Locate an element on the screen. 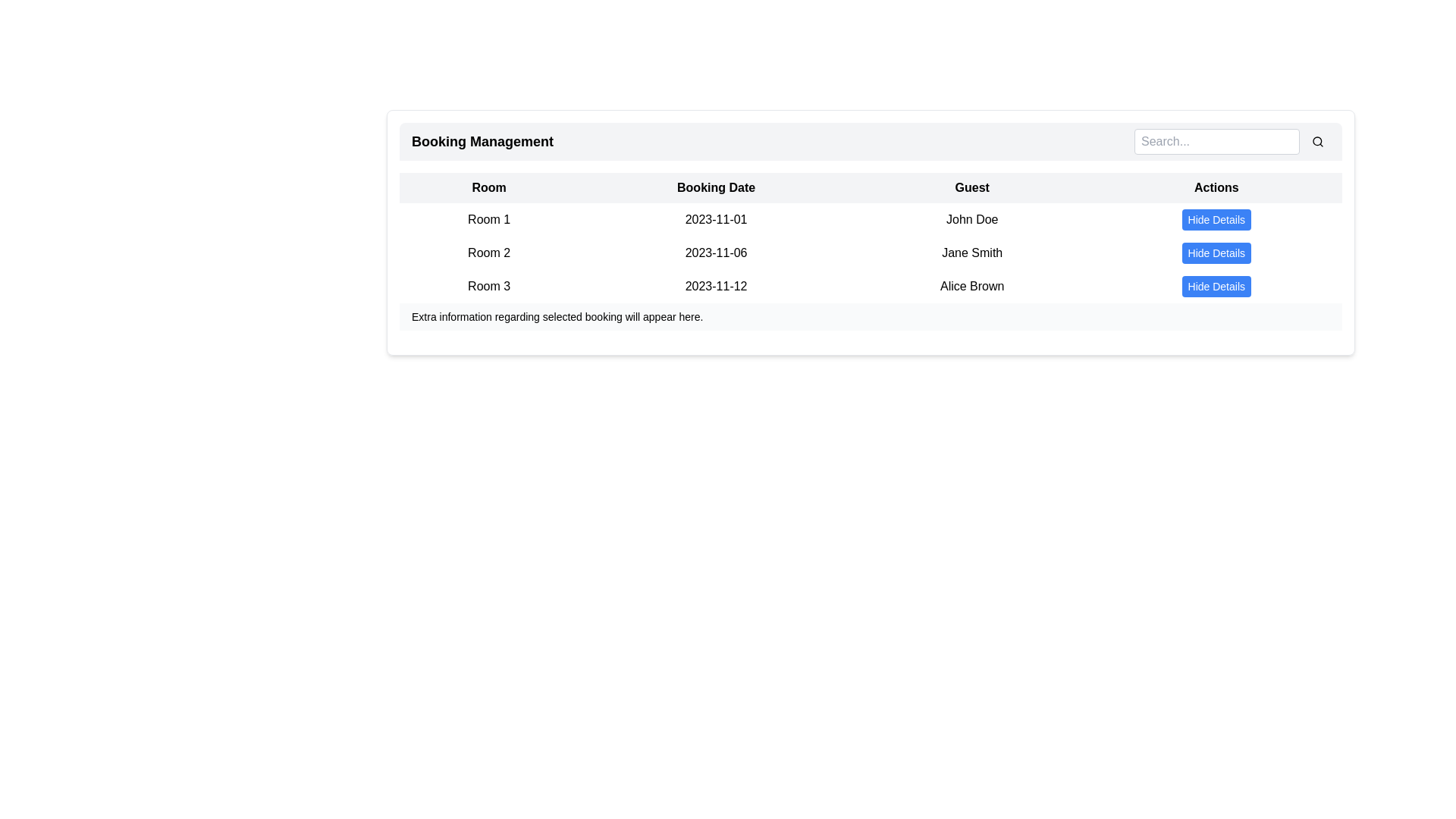 Image resolution: width=1456 pixels, height=819 pixels. the 'Actions' text label displayed in bold font with a light gray background, which serves as a header for the corresponding column is located at coordinates (1216, 187).